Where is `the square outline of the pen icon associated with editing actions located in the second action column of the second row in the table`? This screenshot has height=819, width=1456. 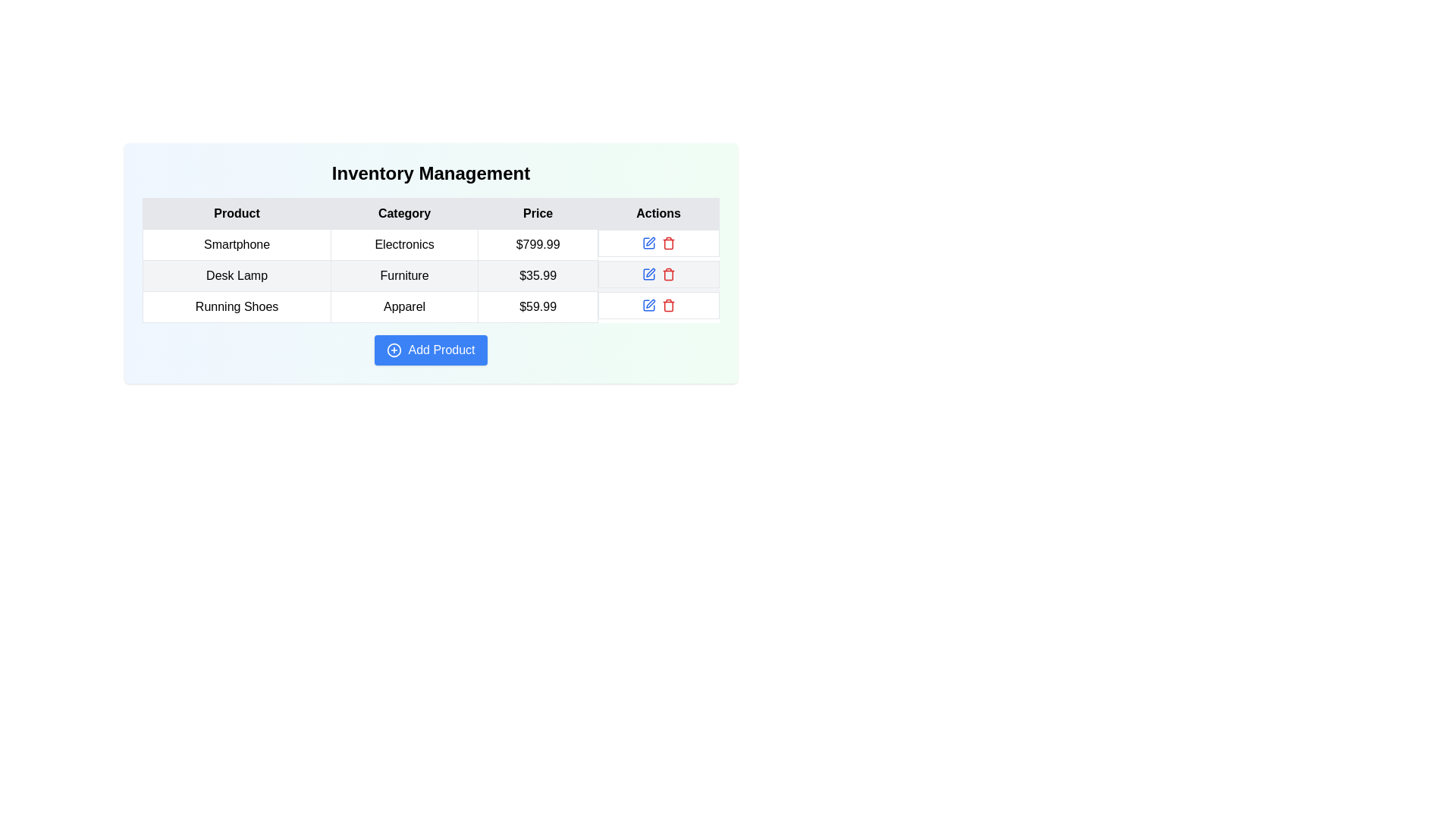 the square outline of the pen icon associated with editing actions located in the second action column of the second row in the table is located at coordinates (648, 274).